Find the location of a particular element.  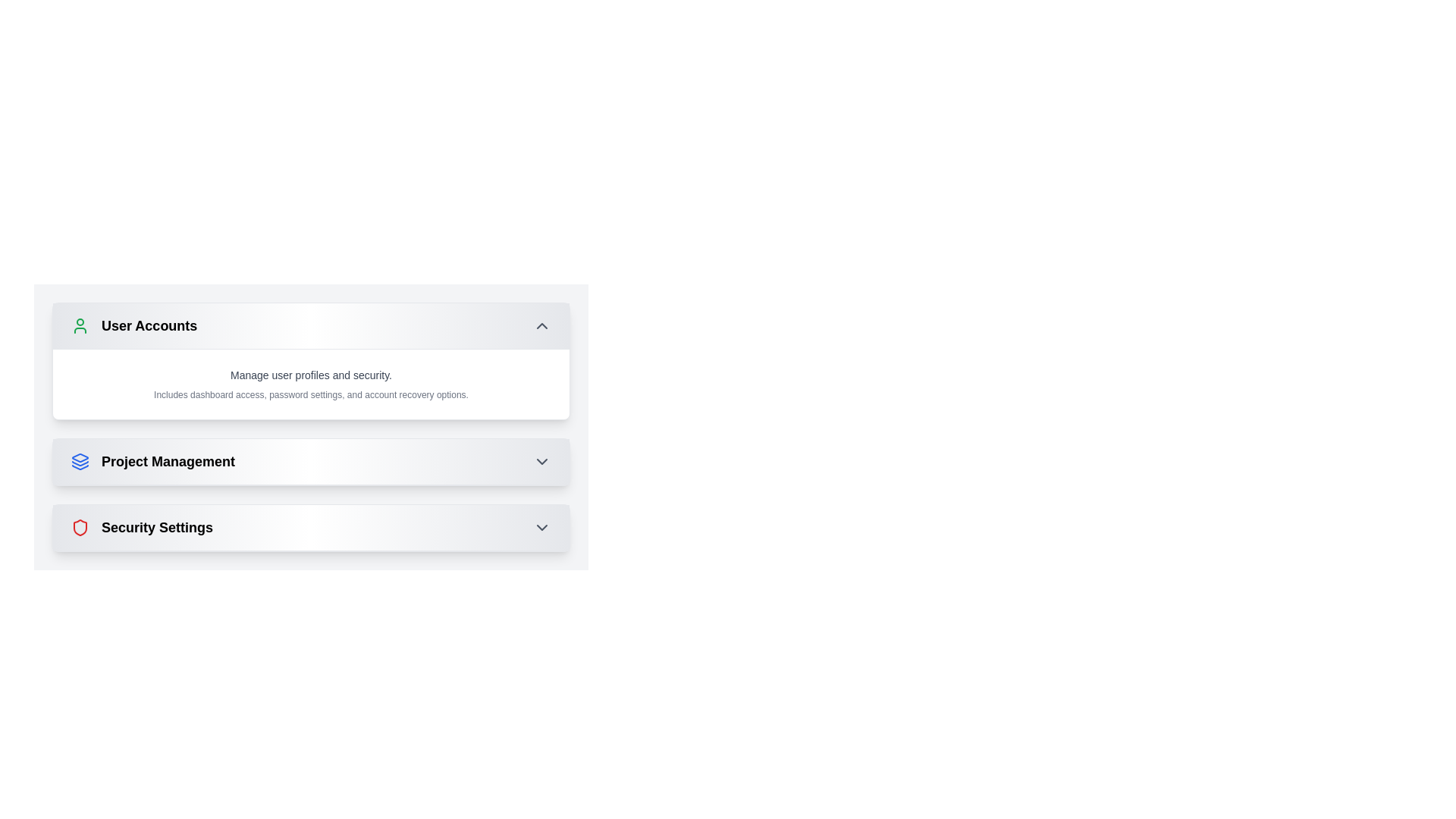

the chevron icon in the header of the 'Project Management' section is located at coordinates (542, 461).